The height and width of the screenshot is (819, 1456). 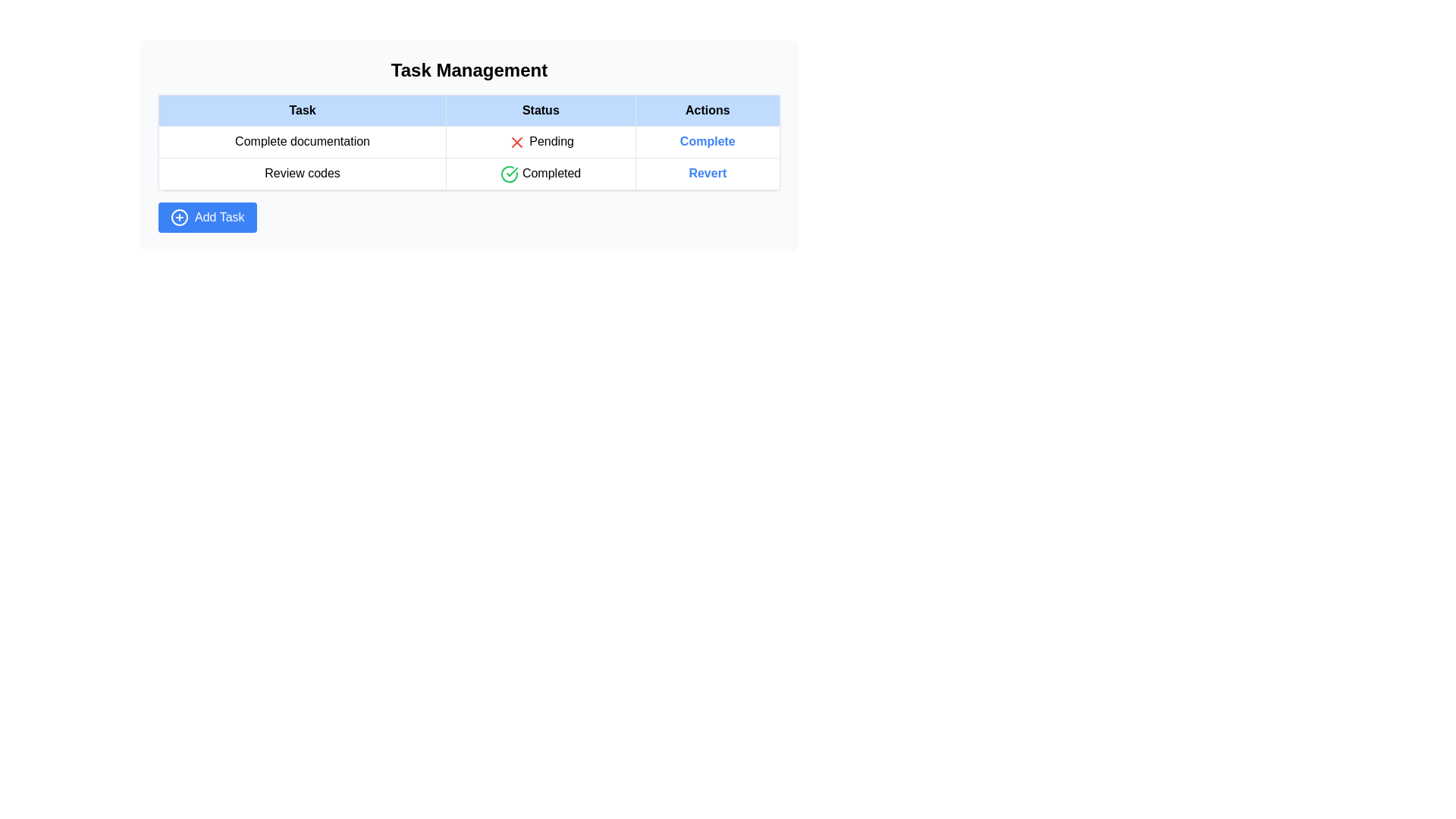 I want to click on the 'Revert' hyperlink in the Actions column of the task management table associated with the task 'Review codes' to initiate the revert action, so click(x=707, y=173).